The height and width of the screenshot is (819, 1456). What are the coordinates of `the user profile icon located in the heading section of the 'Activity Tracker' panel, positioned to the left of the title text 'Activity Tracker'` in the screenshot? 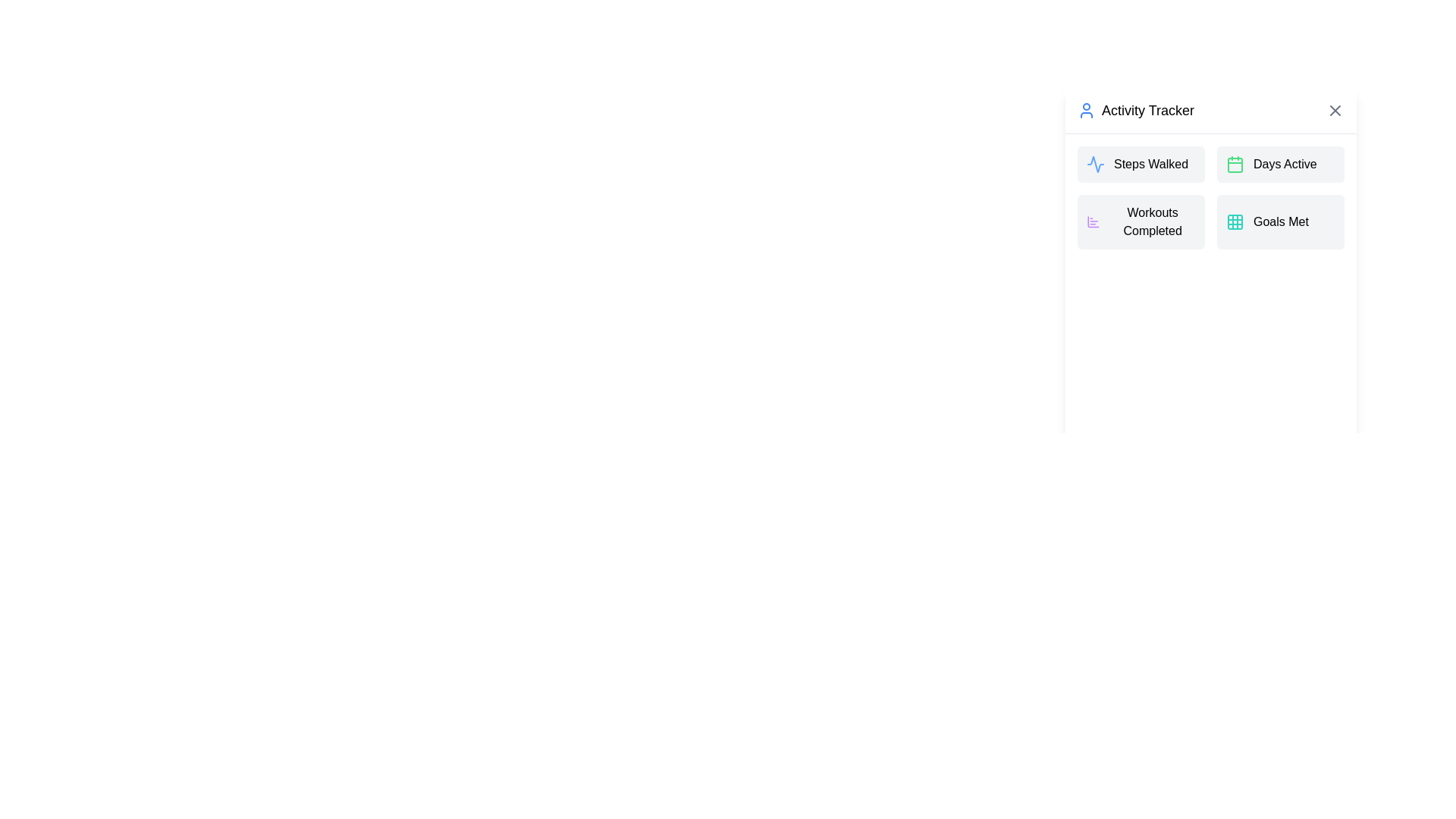 It's located at (1086, 110).